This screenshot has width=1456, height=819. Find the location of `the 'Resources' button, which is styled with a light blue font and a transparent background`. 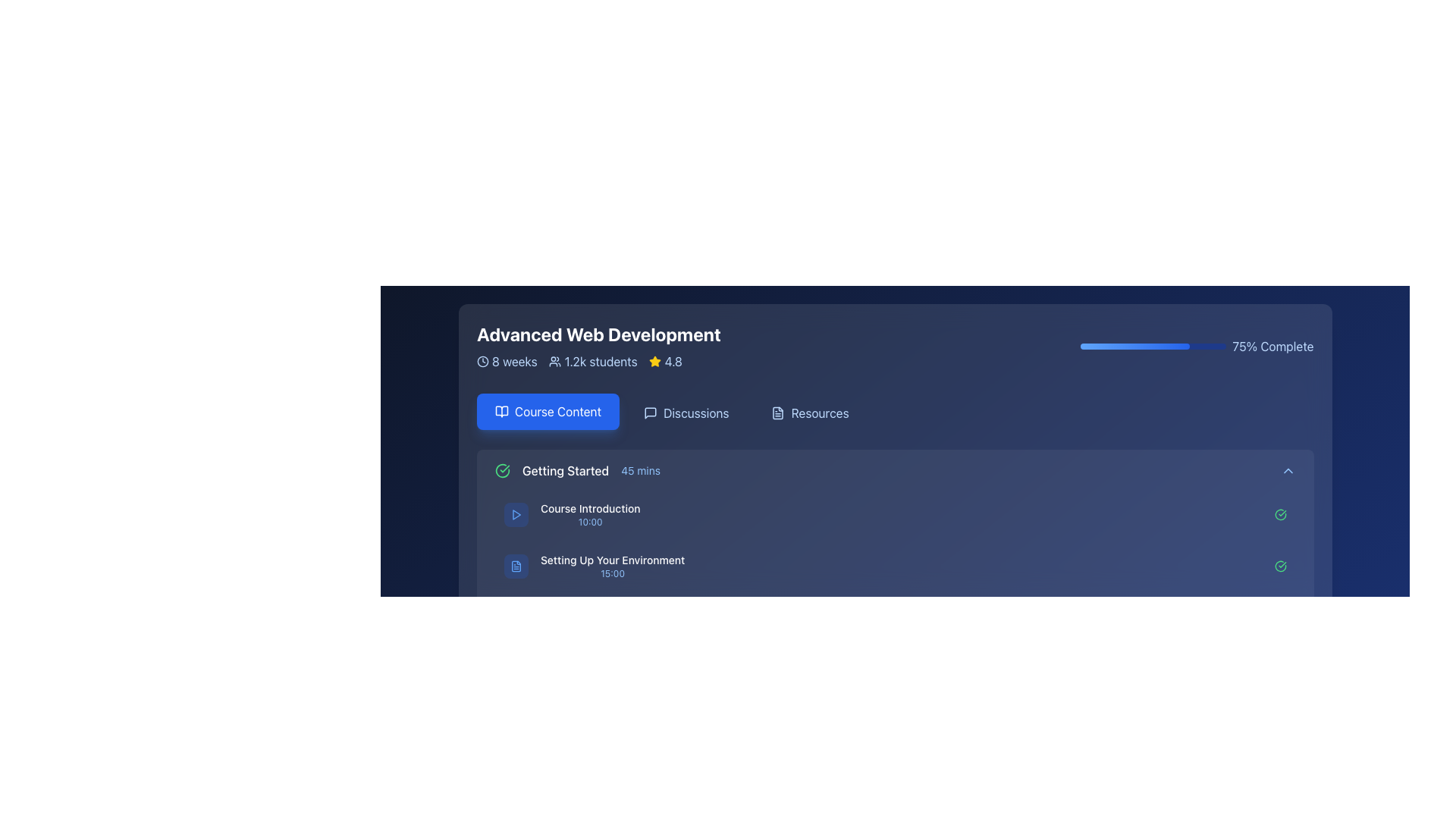

the 'Resources' button, which is styled with a light blue font and a transparent background is located at coordinates (809, 413).